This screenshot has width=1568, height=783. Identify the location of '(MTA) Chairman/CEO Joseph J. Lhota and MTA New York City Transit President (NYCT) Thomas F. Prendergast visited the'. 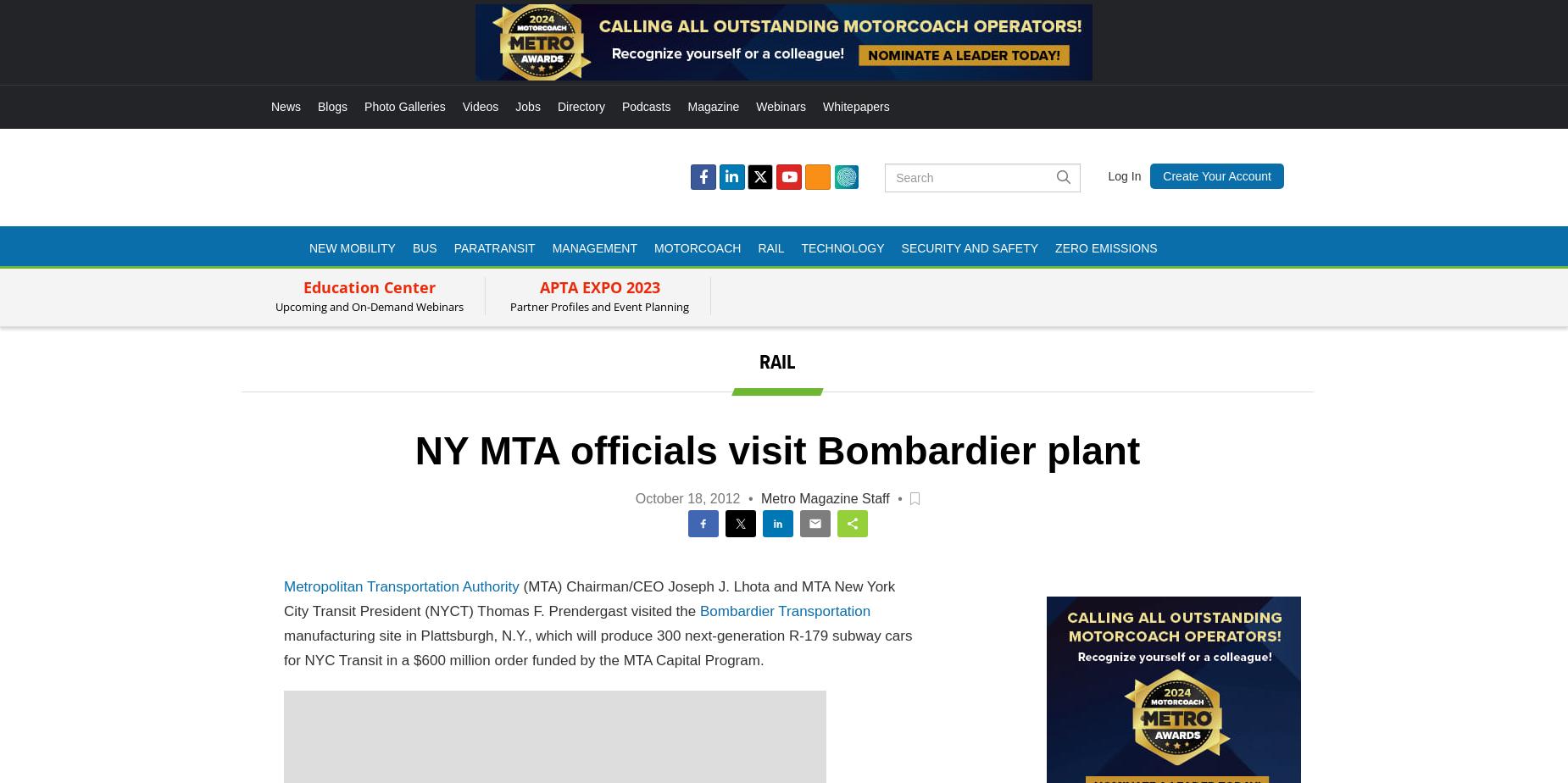
(589, 599).